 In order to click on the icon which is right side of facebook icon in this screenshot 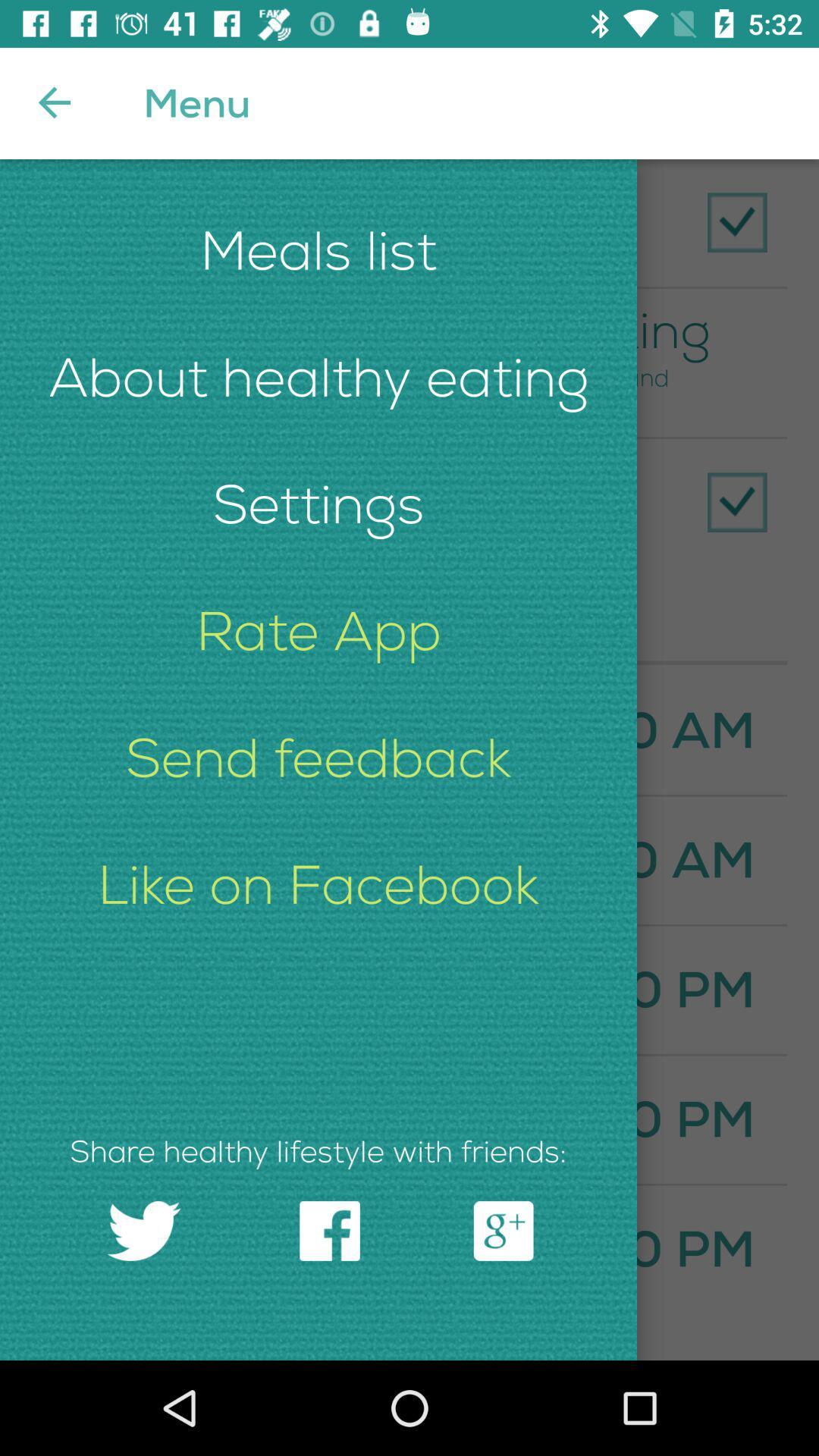, I will do `click(504, 1231)`.